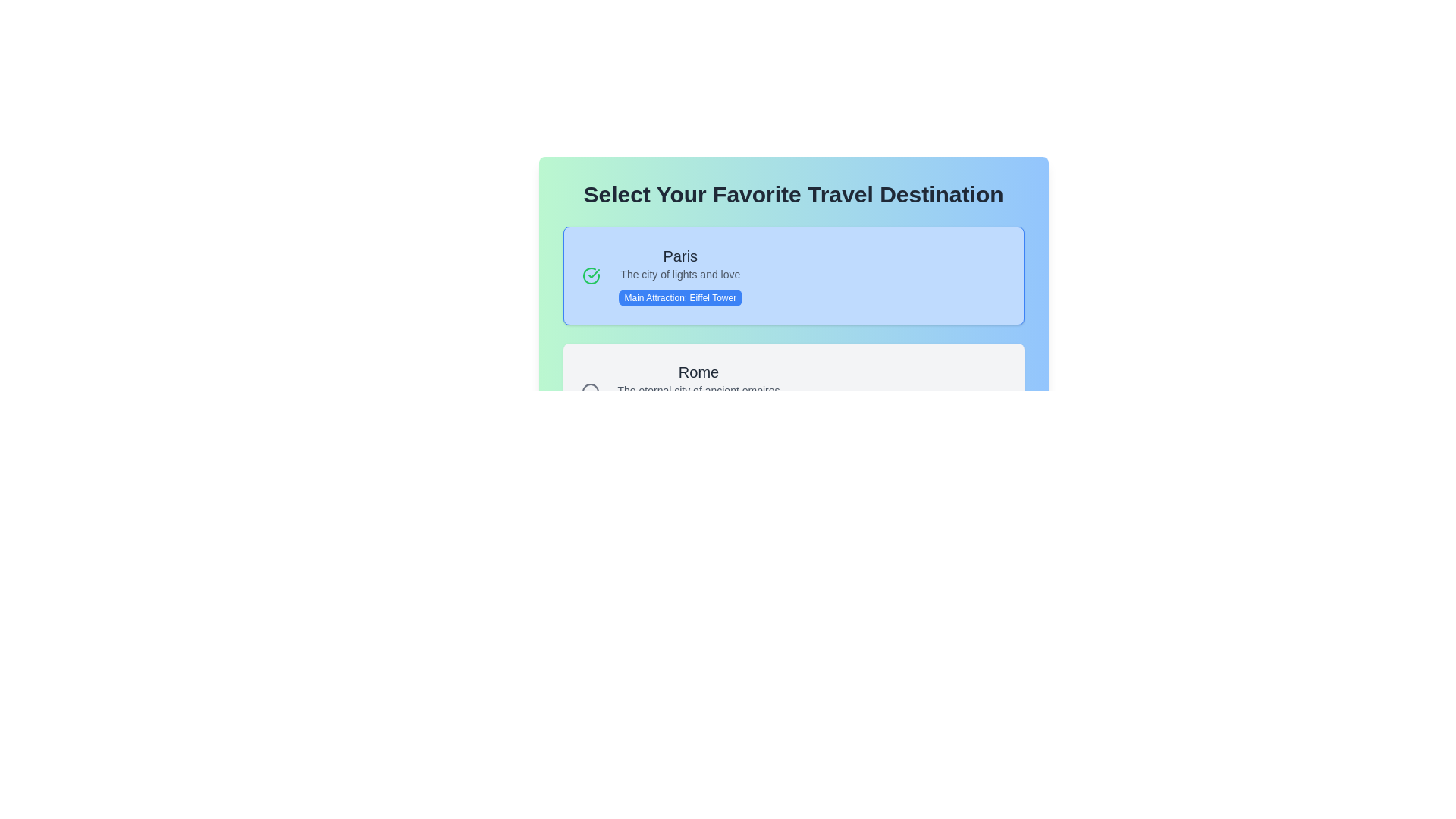  Describe the element at coordinates (589, 391) in the screenshot. I see `the SVG-based circular graphic associated with the option labeled 'Rome', which is positioned beside the text 'Rome' on the left margin` at that location.